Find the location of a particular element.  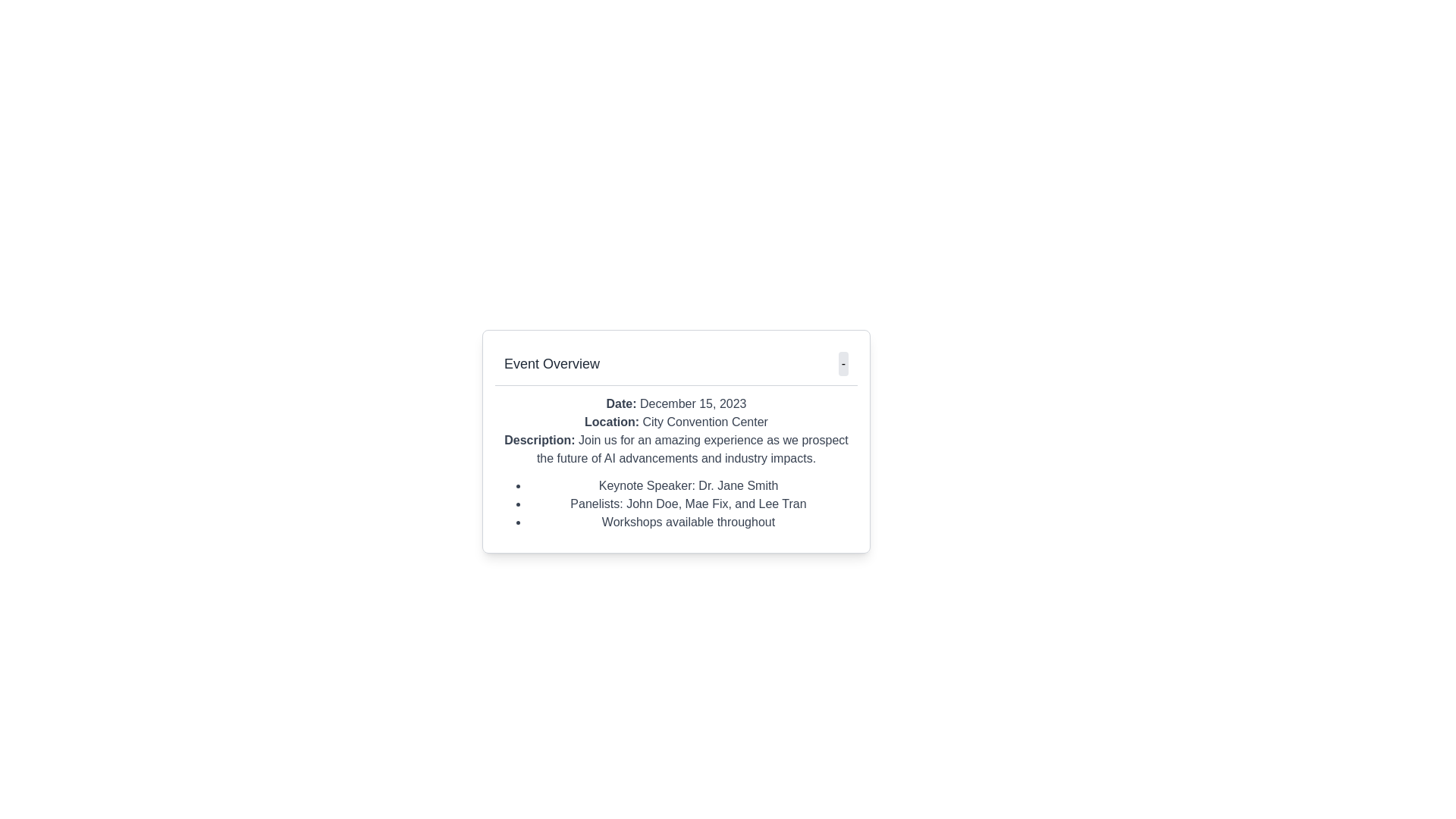

text from the Text Label located in the 'Event Overview' section, positioned below the 'Date:' field and above the description text is located at coordinates (611, 422).